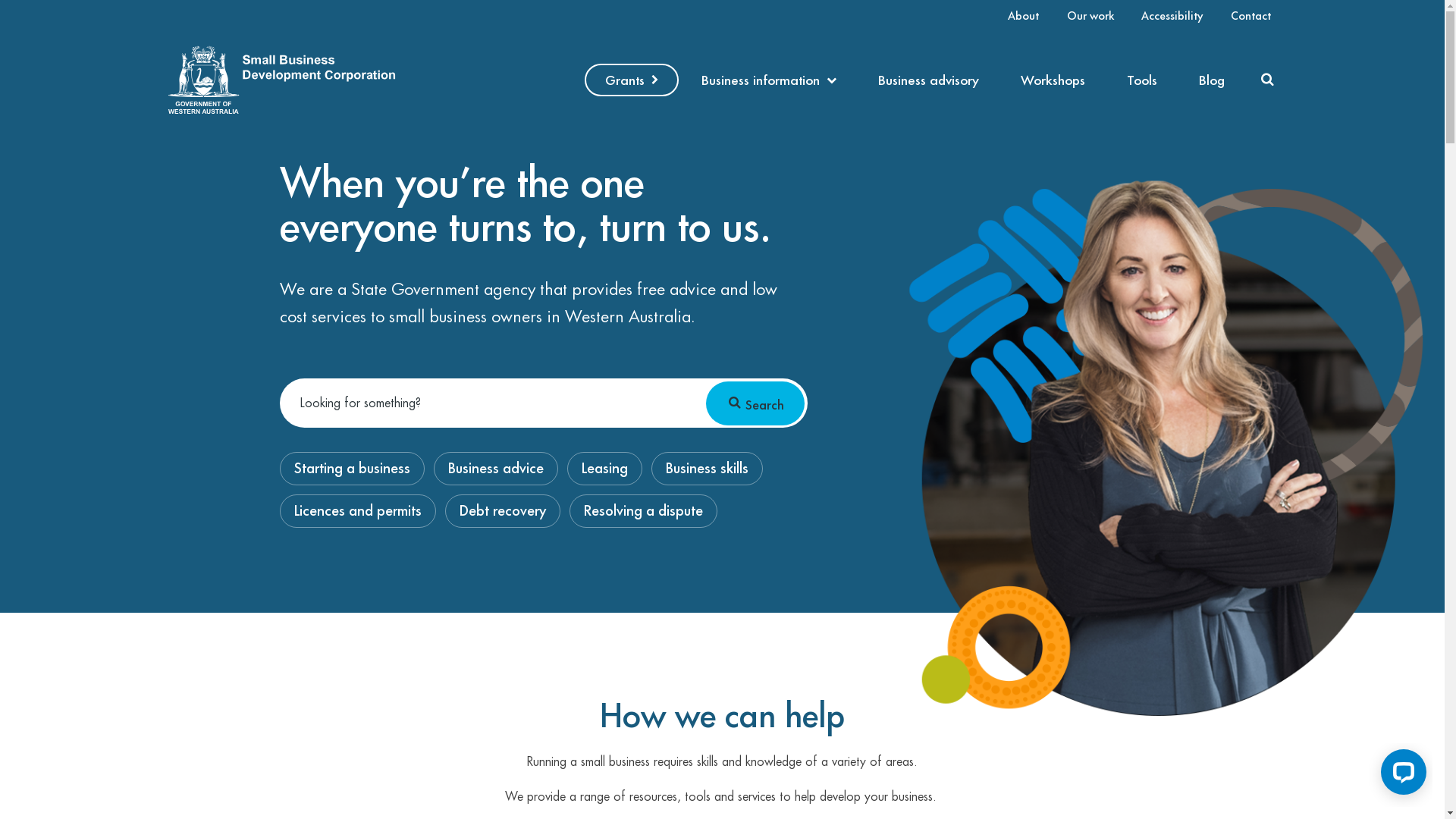  What do you see at coordinates (632, 80) in the screenshot?
I see `'Grants'` at bounding box center [632, 80].